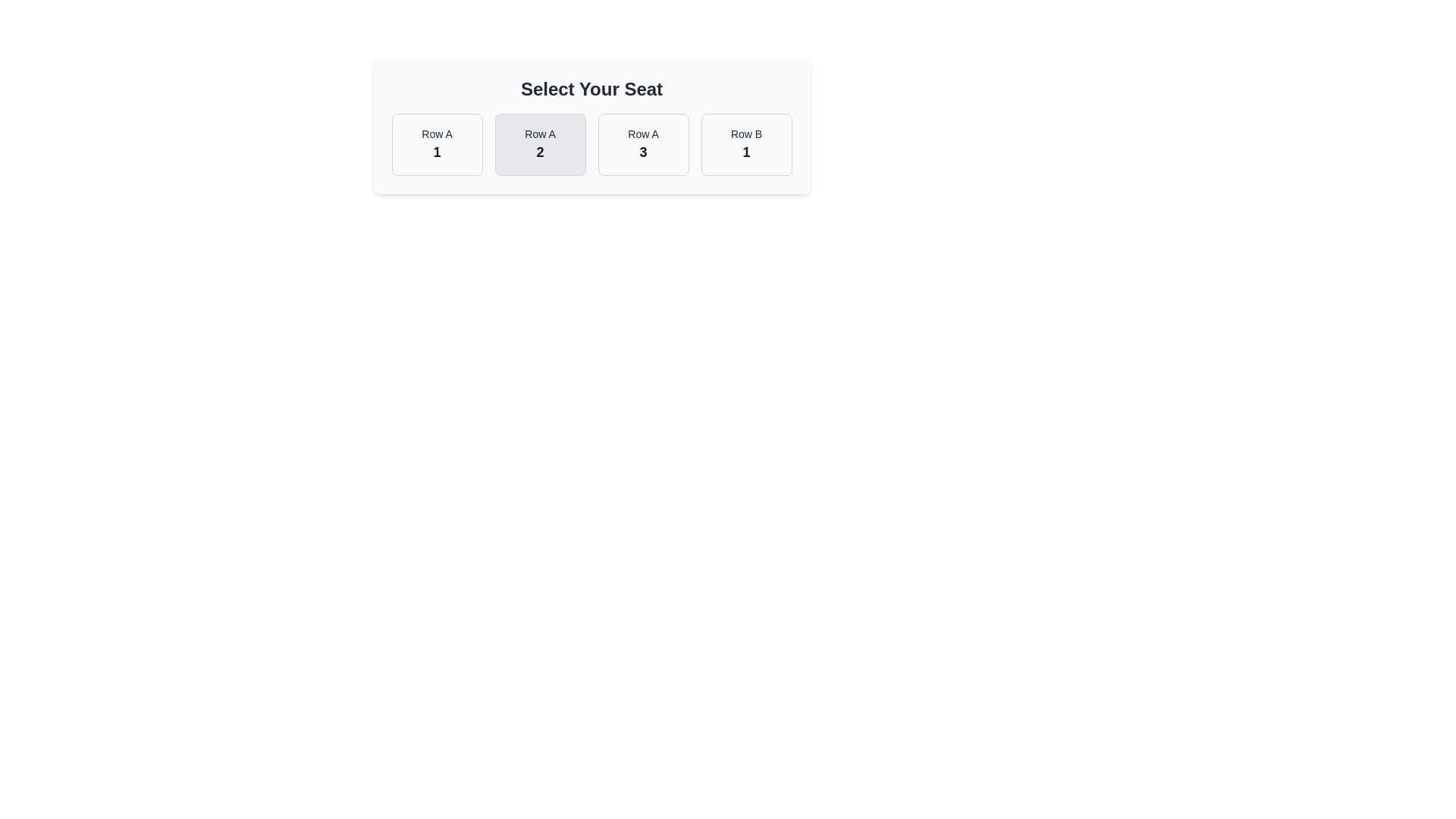 This screenshot has height=819, width=1456. What do you see at coordinates (643, 145) in the screenshot?
I see `the 'Row A 3' button, which is a rectangular button with 'Row A' and '3' text, positioned in a grid layout under the 'Select Your Seat' heading` at bounding box center [643, 145].